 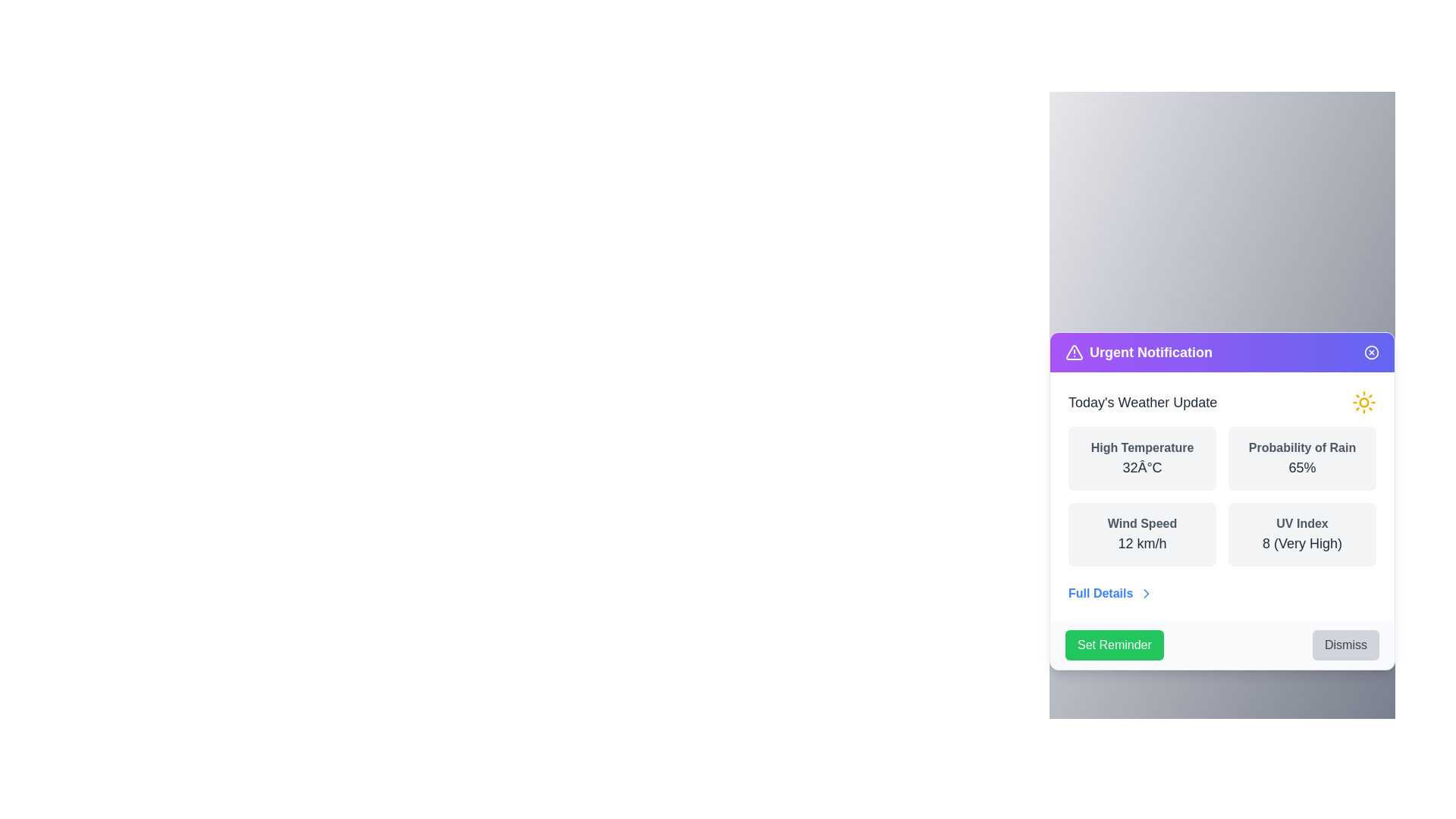 I want to click on the displayed high temperature forecast information on the top-left informational card in the weather grid, so click(x=1142, y=458).